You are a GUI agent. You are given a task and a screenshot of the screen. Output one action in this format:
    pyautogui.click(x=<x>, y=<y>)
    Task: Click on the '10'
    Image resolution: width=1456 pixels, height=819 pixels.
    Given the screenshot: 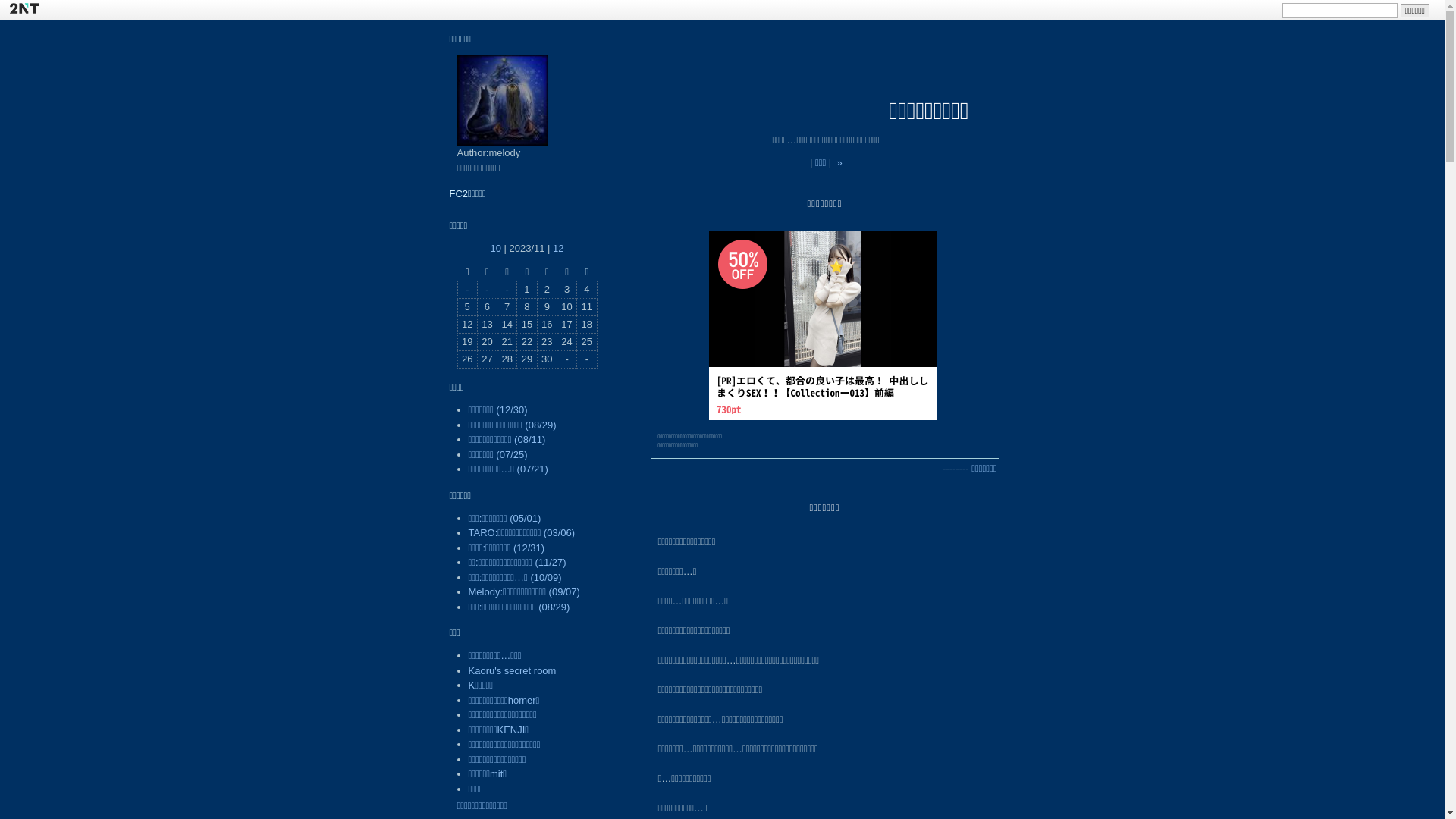 What is the action you would take?
    pyautogui.click(x=494, y=247)
    